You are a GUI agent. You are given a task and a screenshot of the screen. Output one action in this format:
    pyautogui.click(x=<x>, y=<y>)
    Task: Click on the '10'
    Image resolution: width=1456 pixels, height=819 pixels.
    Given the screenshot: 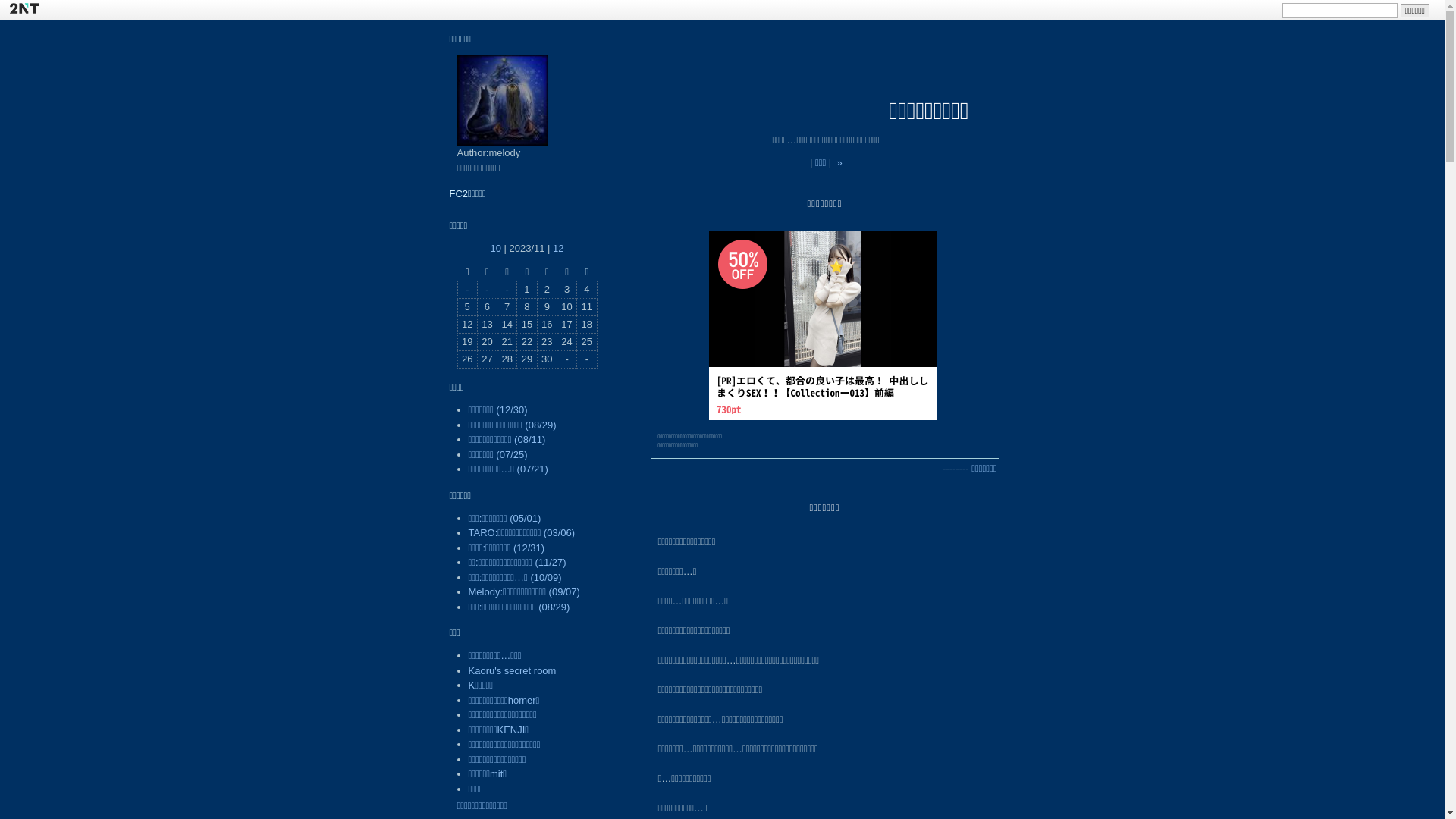 What is the action you would take?
    pyautogui.click(x=494, y=247)
    